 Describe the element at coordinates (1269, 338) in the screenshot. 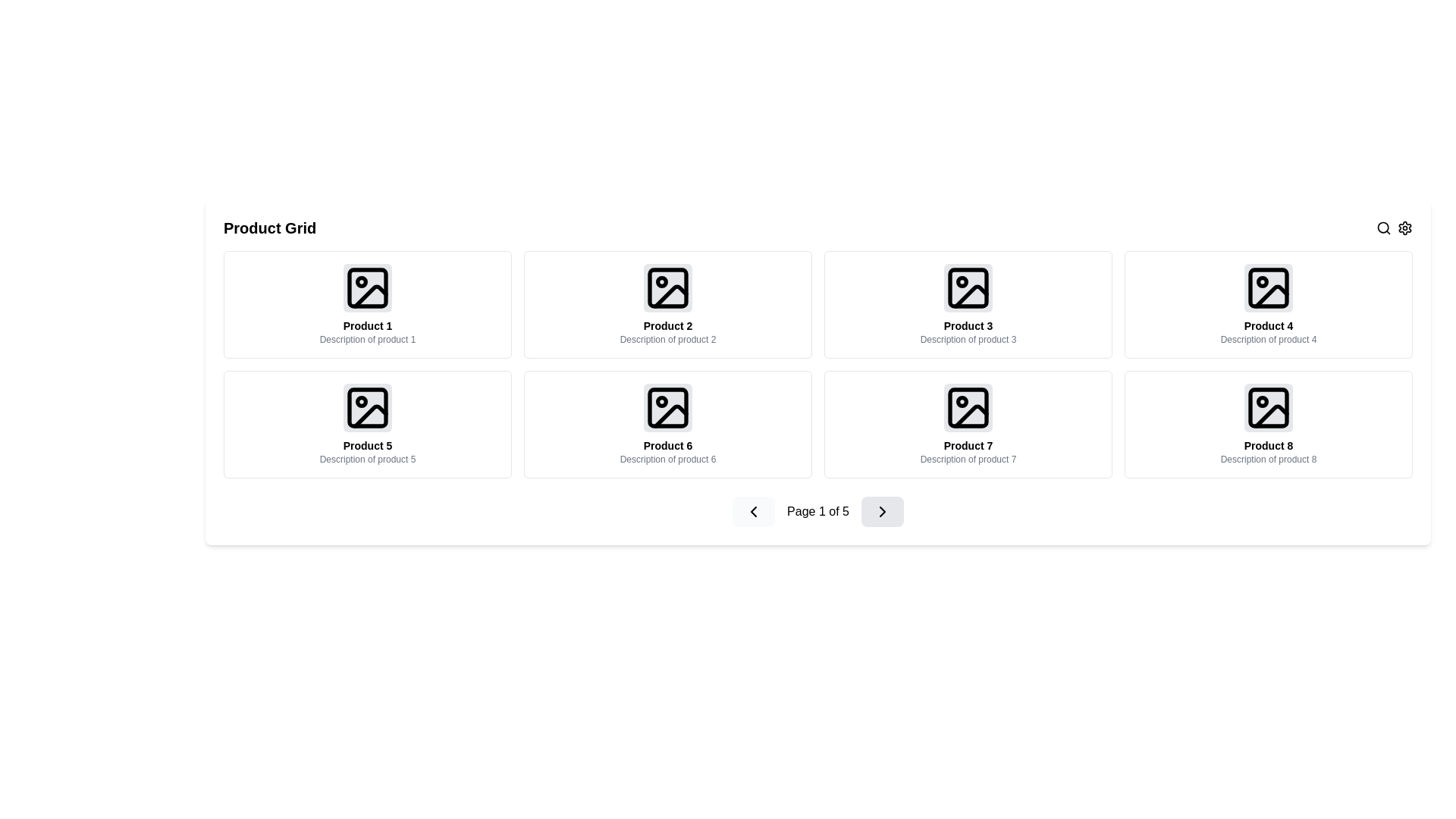

I see `the Text Label that provides a short description of 'Product 4', located at the bottom of its product card in the fourth slot of the grid layout` at that location.